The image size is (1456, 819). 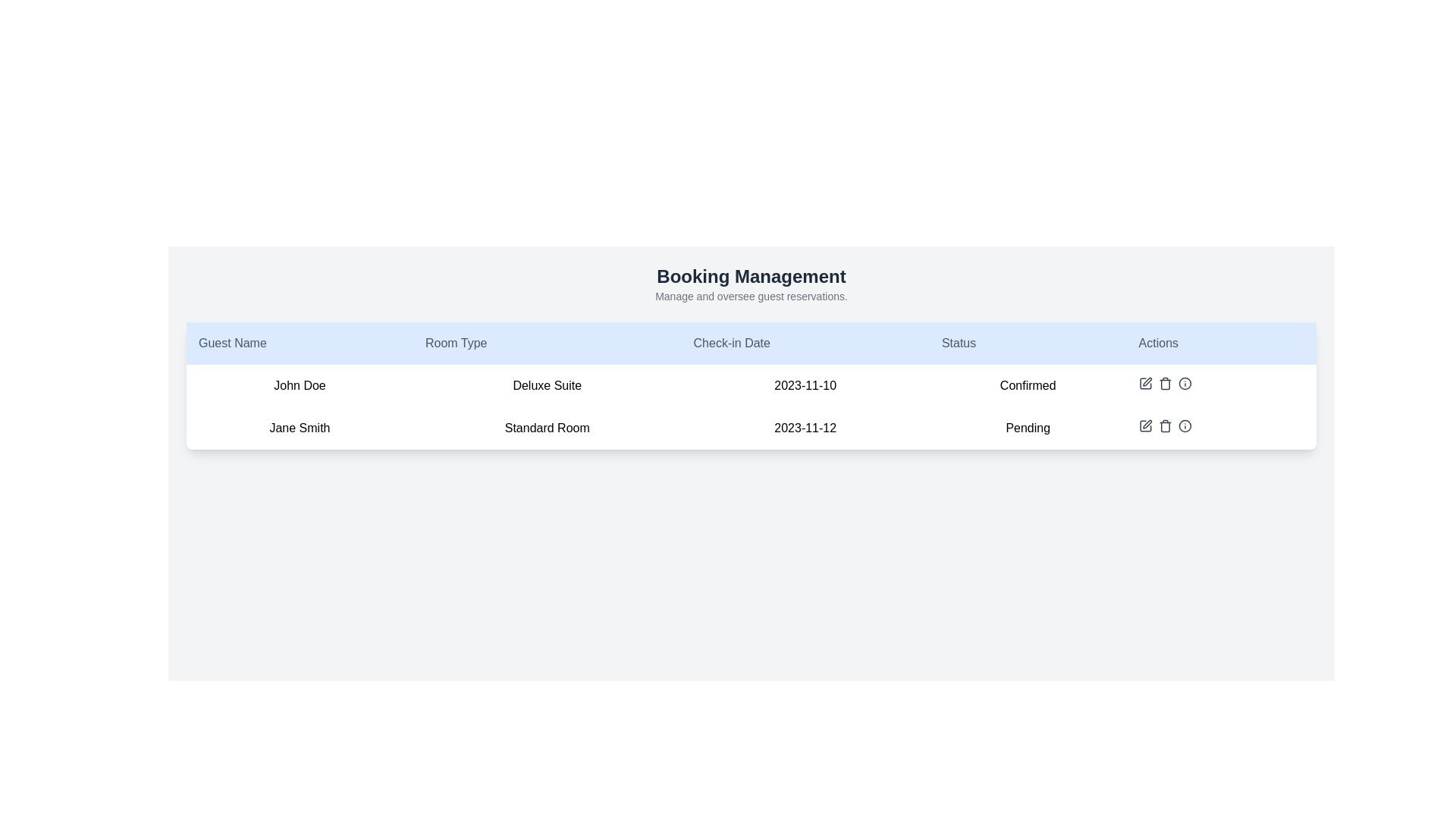 I want to click on the pen icon located in the 'Actions' column of the second row of the table, so click(x=1147, y=424).